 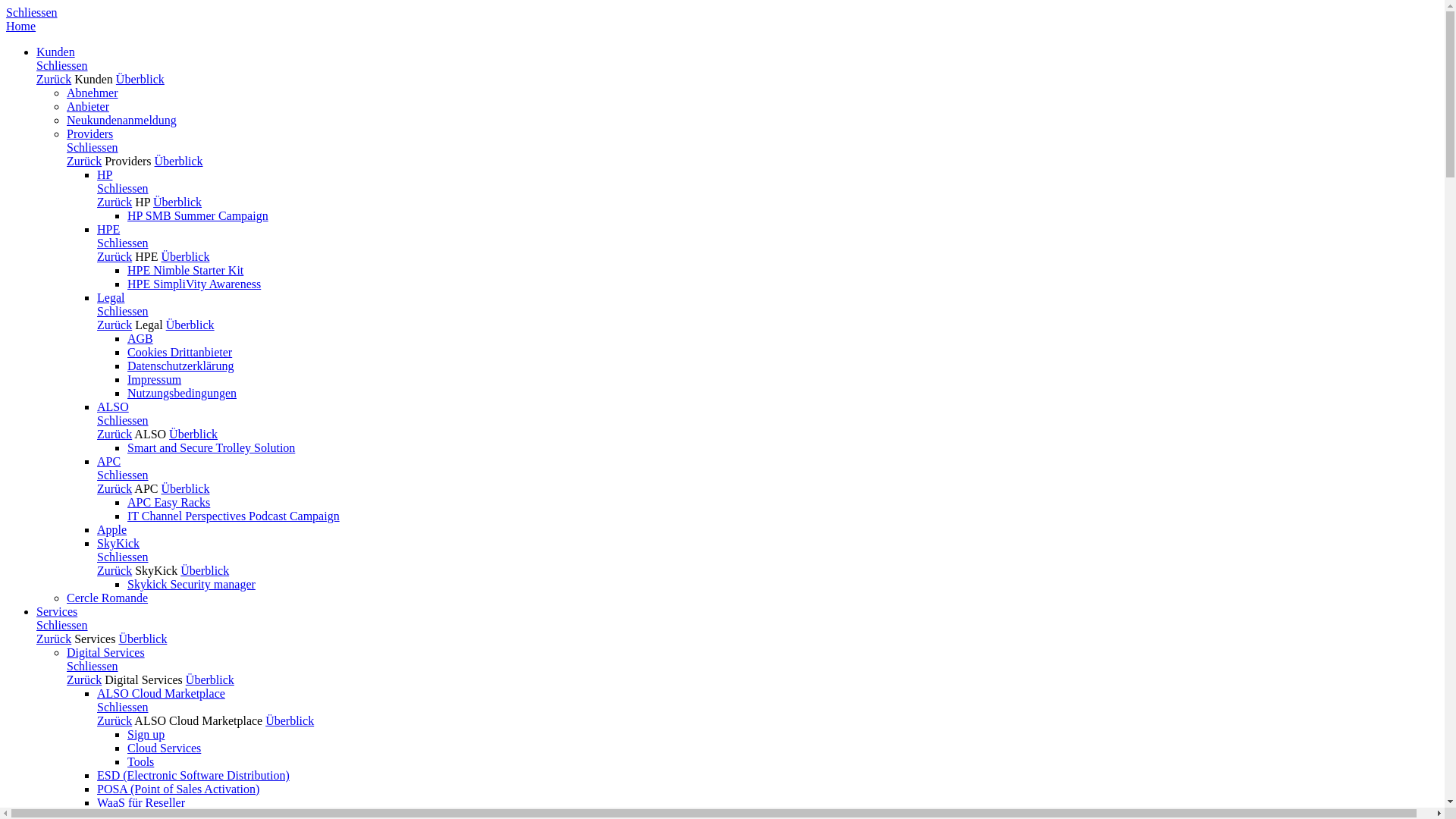 I want to click on 'POSA (Point of Sales Activation)', so click(x=96, y=788).